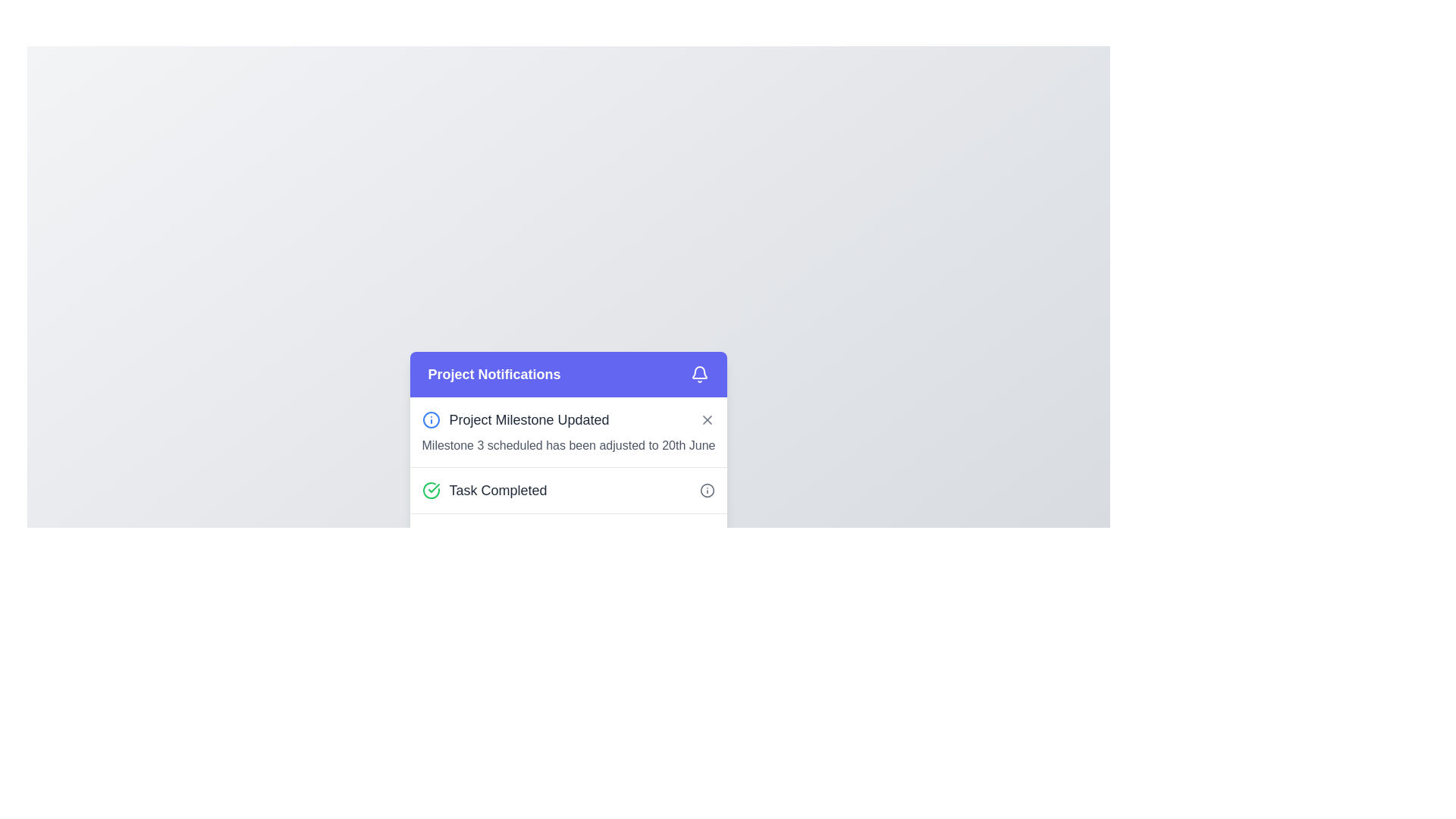 This screenshot has height=819, width=1456. What do you see at coordinates (529, 420) in the screenshot?
I see `the text label that informs the user about project milestone updates located in the 'Project Notifications' section, immediately to the right of a blue circular information icon` at bounding box center [529, 420].